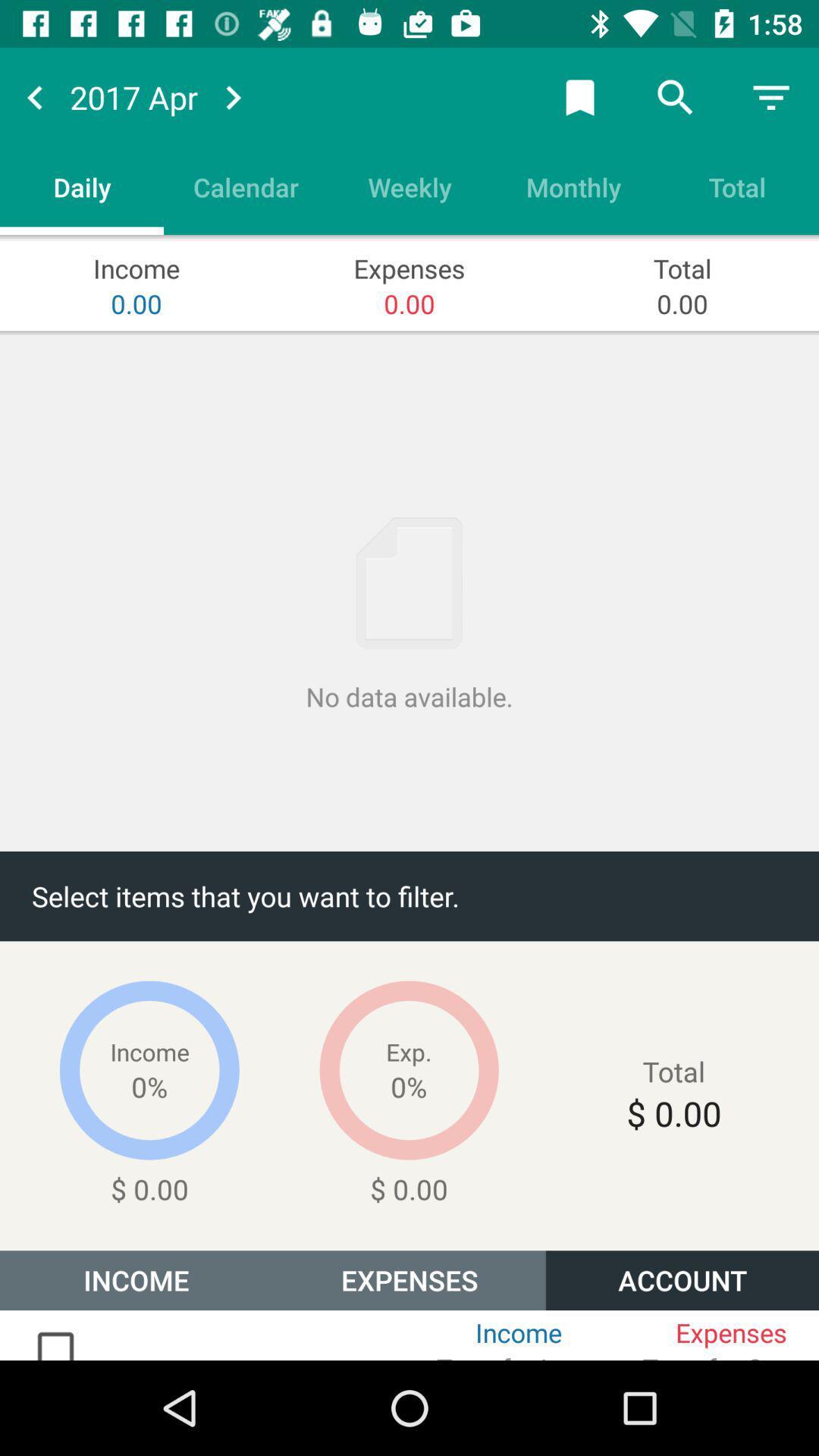  Describe the element at coordinates (771, 96) in the screenshot. I see `the filter_list icon` at that location.